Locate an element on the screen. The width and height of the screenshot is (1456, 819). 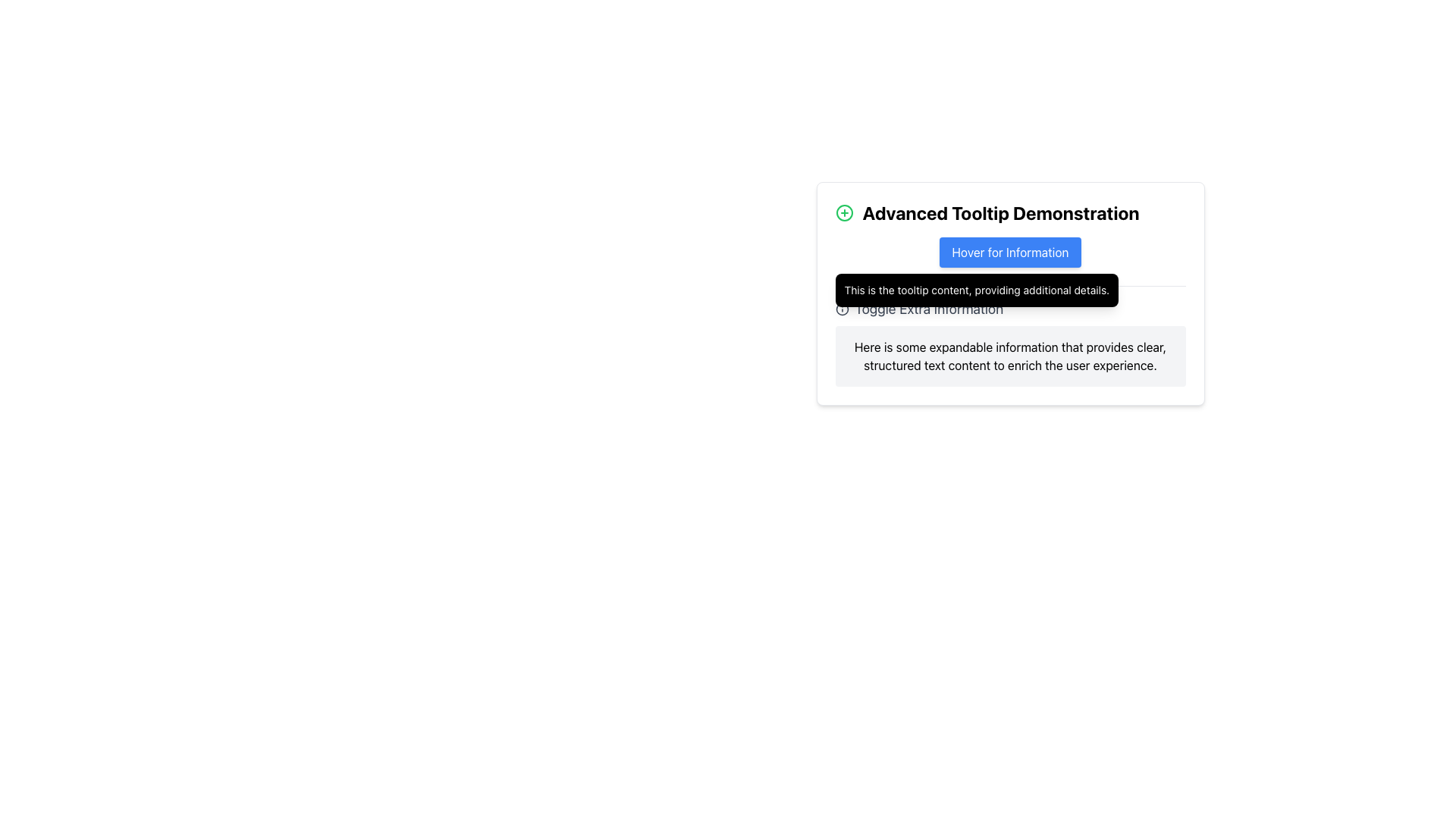
the button positioned under the title 'Advanced Tooltip Demonstration' is located at coordinates (1010, 251).